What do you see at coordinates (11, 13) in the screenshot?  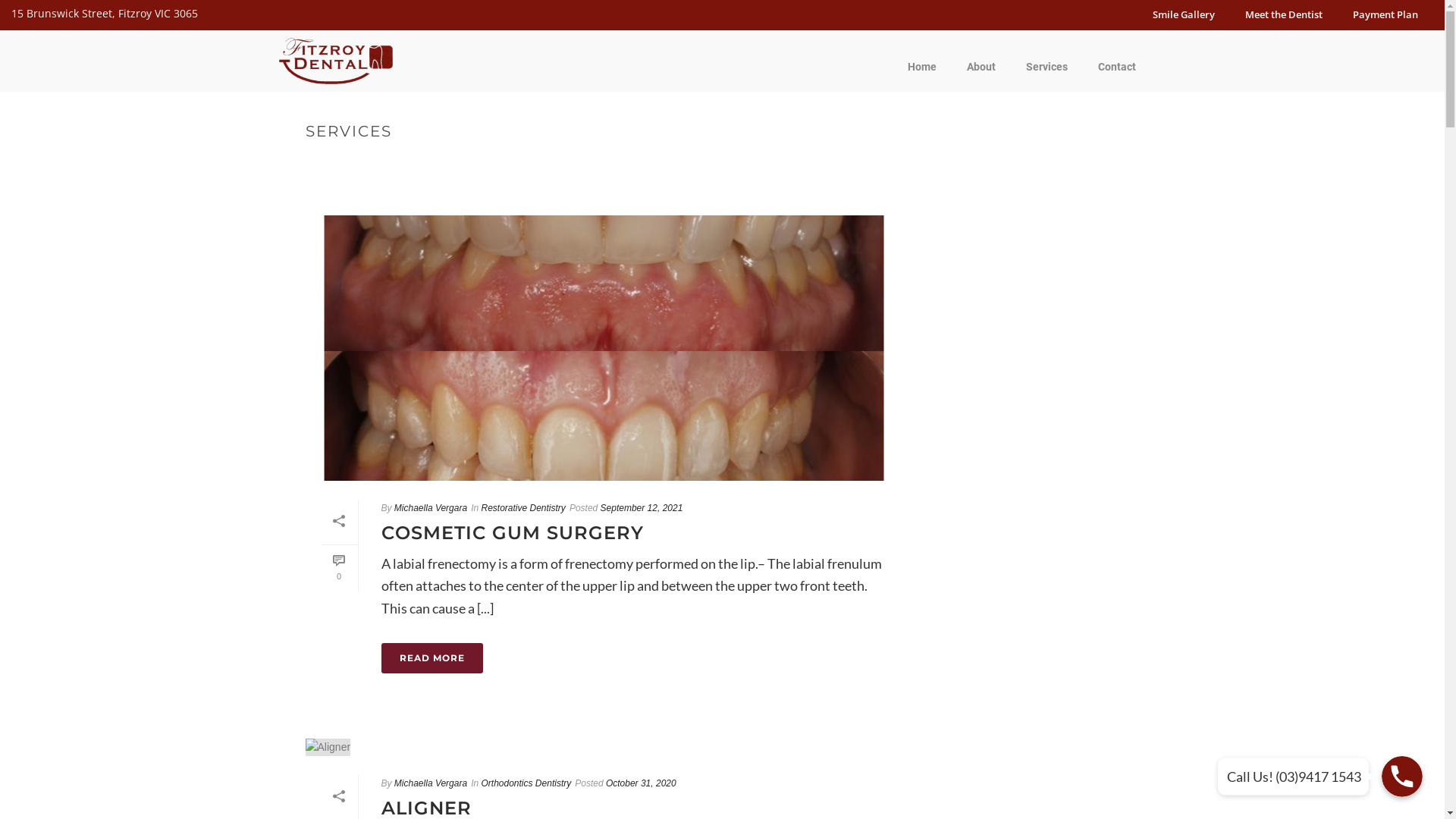 I see `'15 Brunswick Street, Fitzroy VIC 3065'` at bounding box center [11, 13].